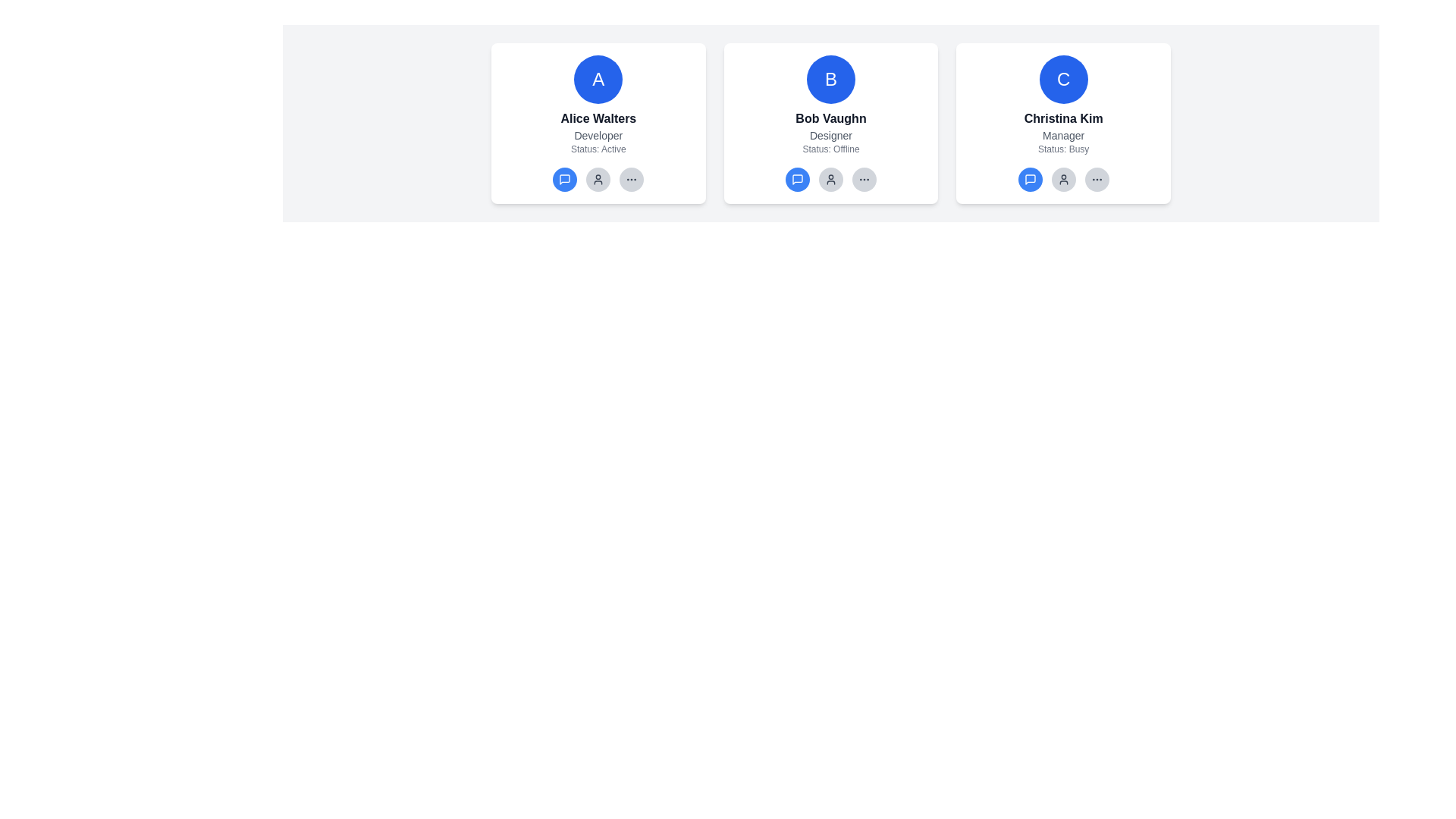 This screenshot has width=1456, height=819. What do you see at coordinates (598, 134) in the screenshot?
I see `the text label that displays 'Developer', which is located beneath the name 'Alice Walters' and above the label 'Status: Active' within the card component` at bounding box center [598, 134].